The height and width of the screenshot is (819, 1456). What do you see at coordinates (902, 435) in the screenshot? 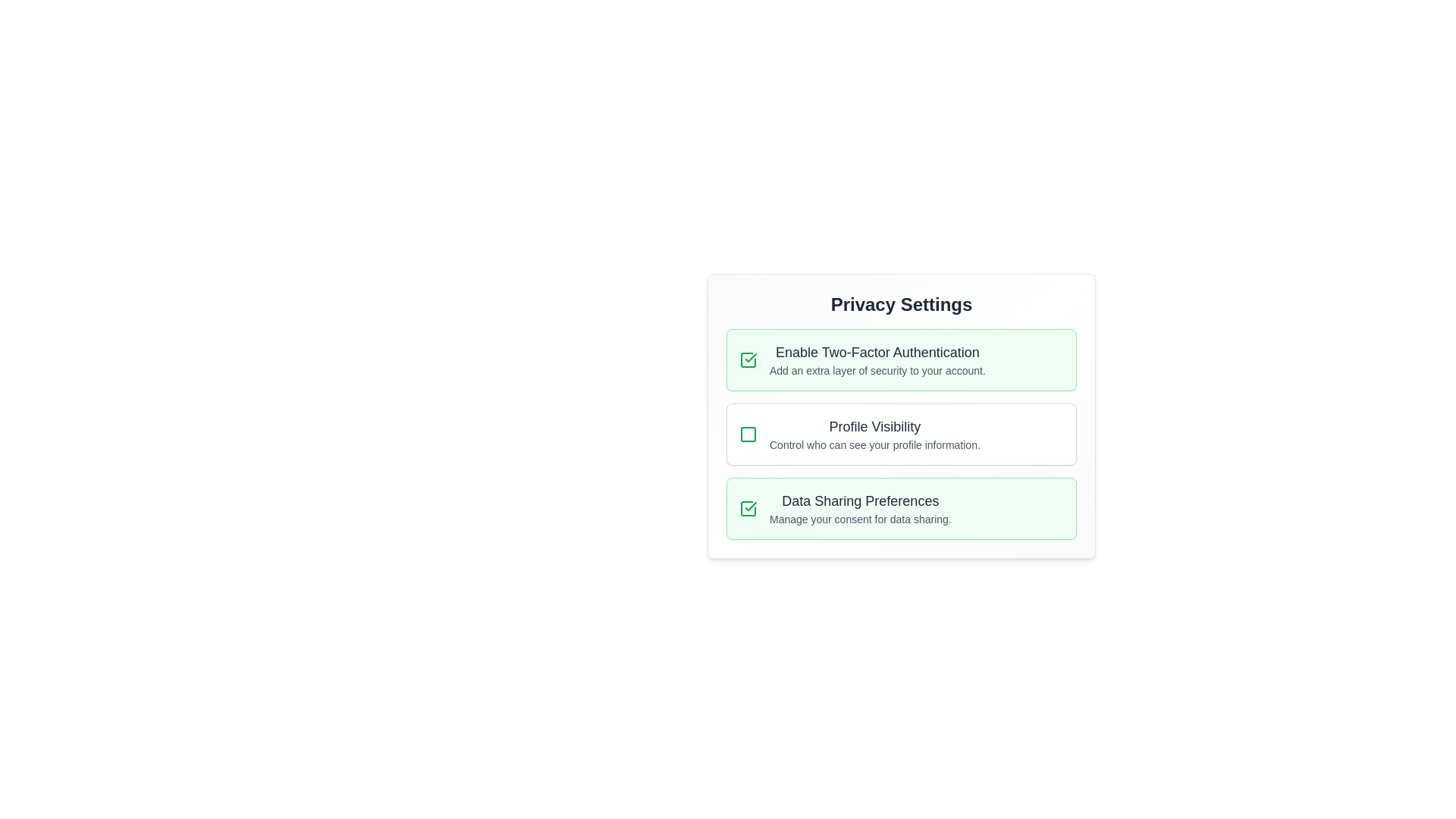
I see `the second informational card in the 'Privacy Settings' section, which contains a selectable checkbox` at bounding box center [902, 435].